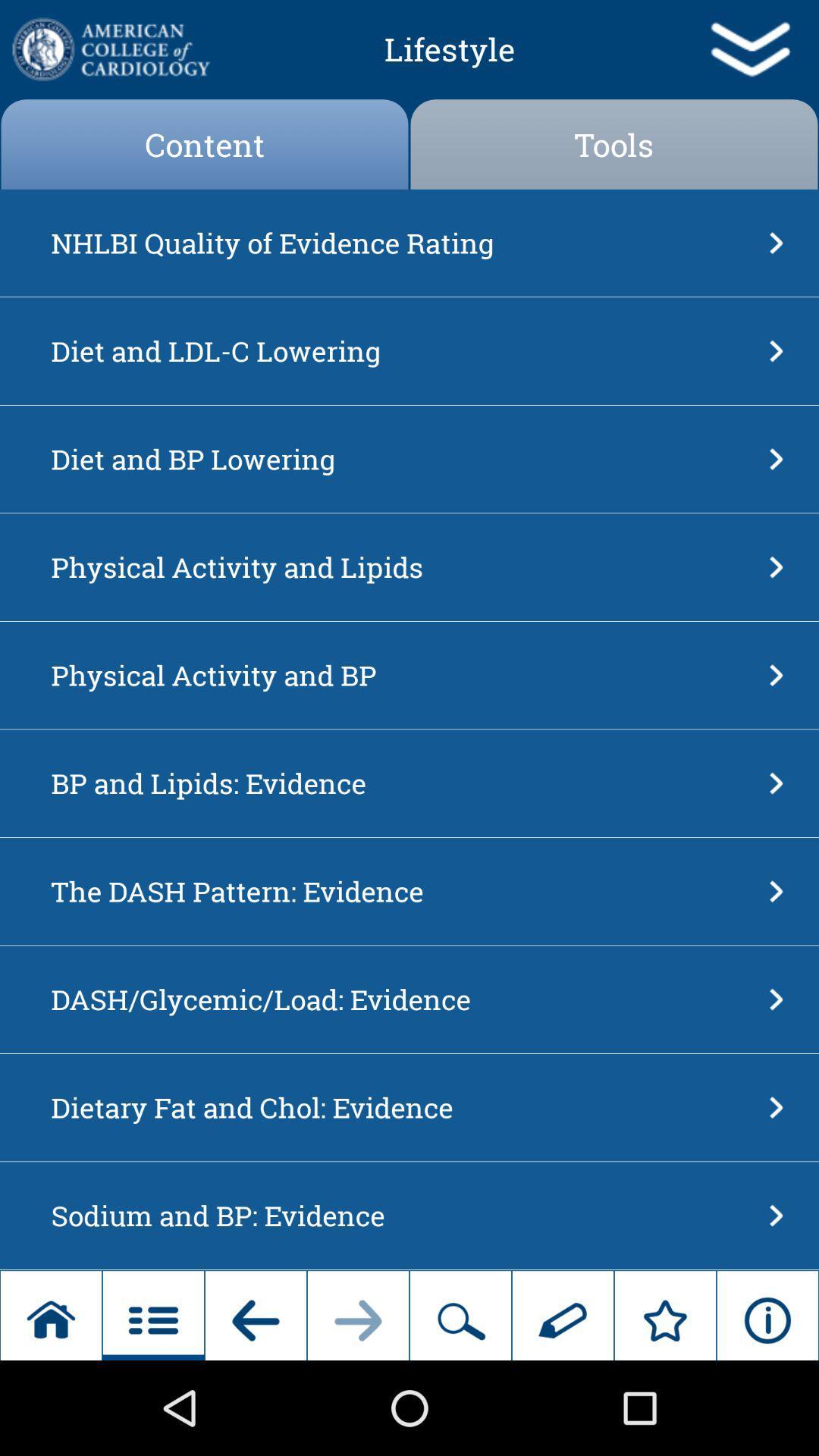  I want to click on the app below the bp and lipids app, so click(404, 891).